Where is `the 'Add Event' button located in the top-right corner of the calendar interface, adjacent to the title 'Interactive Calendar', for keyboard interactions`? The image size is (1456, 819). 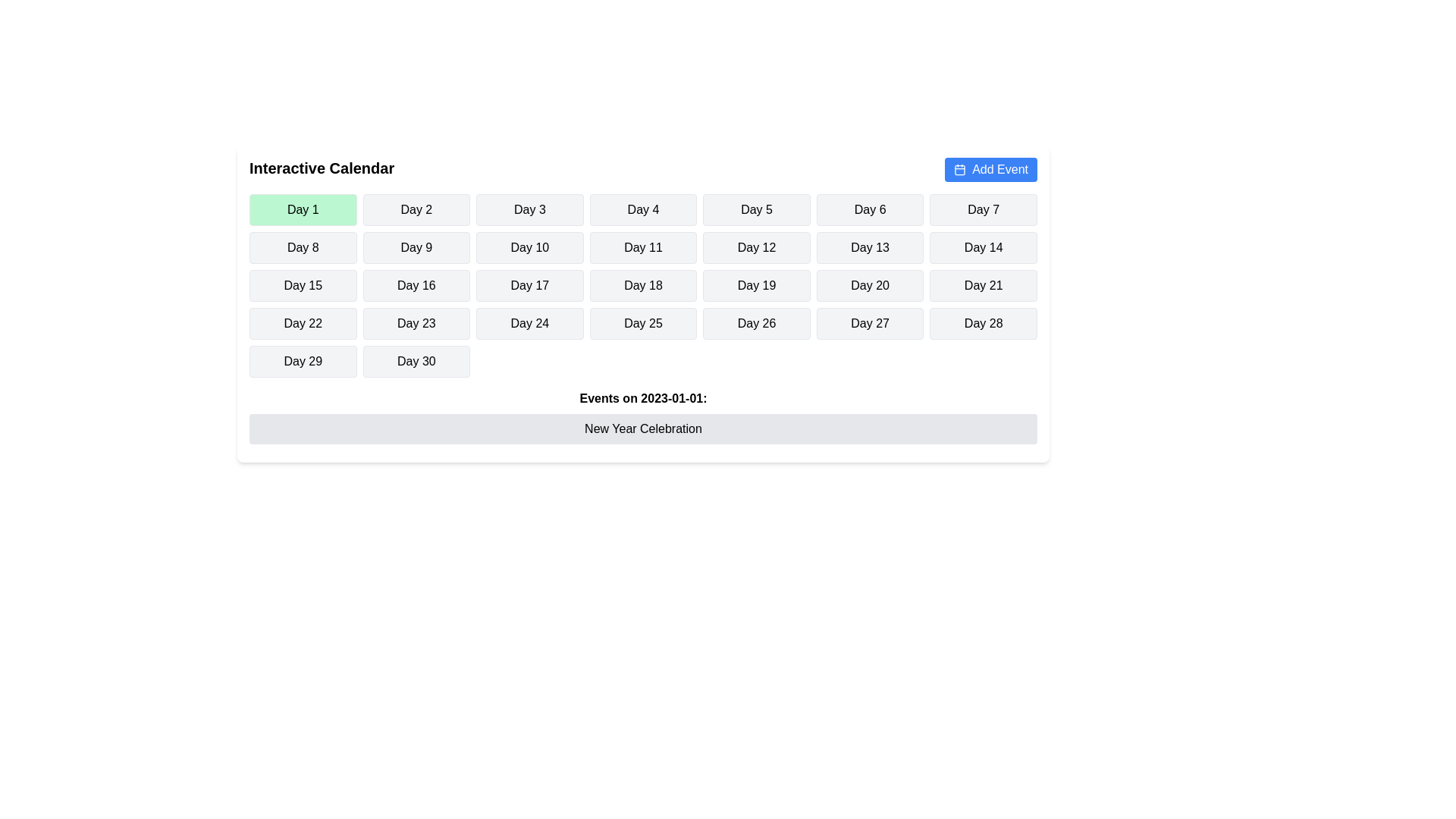 the 'Add Event' button located in the top-right corner of the calendar interface, adjacent to the title 'Interactive Calendar', for keyboard interactions is located at coordinates (991, 169).